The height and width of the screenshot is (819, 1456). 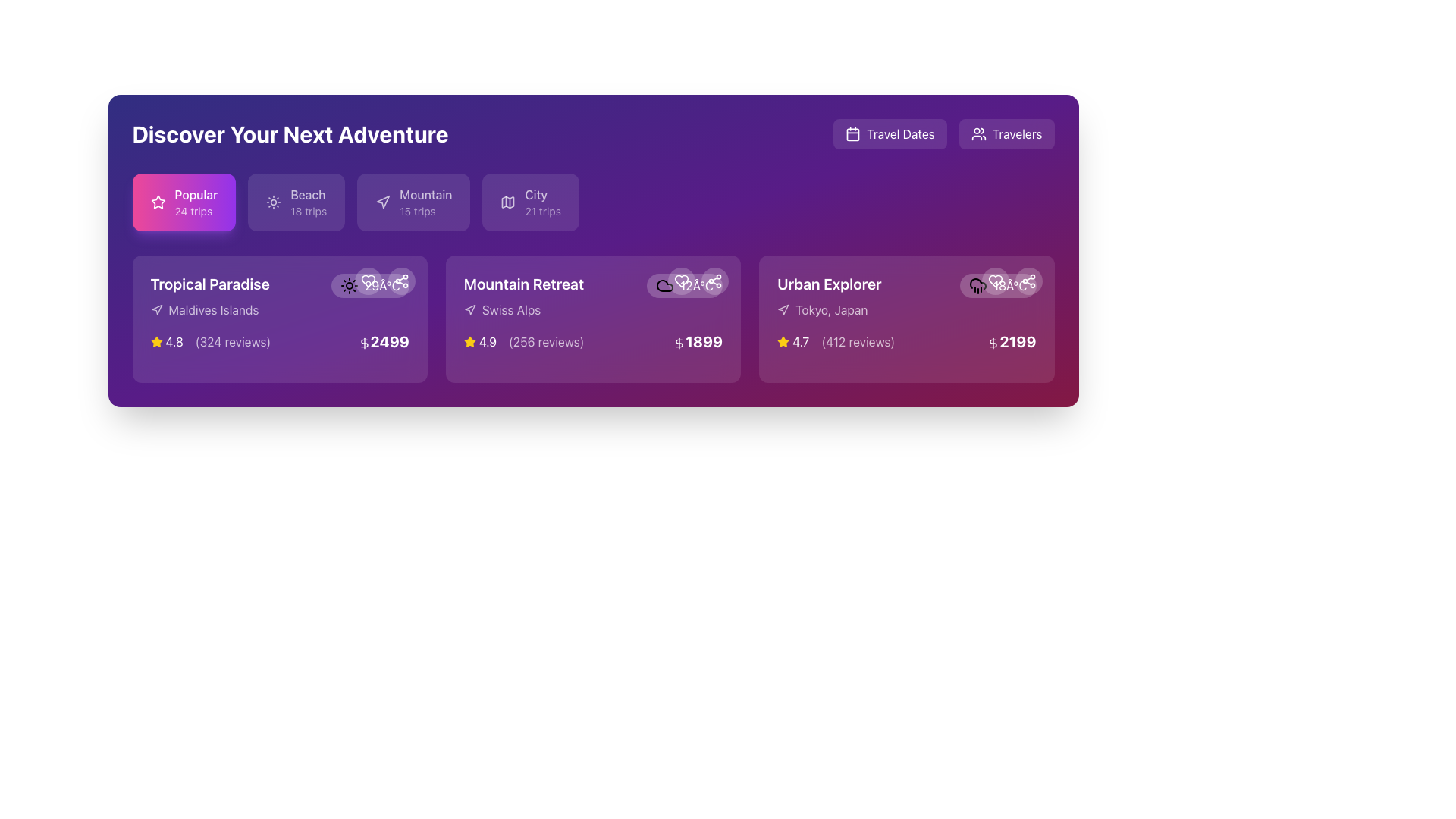 What do you see at coordinates (543, 201) in the screenshot?
I see `the 'City' text label which displays '21 trips'` at bounding box center [543, 201].